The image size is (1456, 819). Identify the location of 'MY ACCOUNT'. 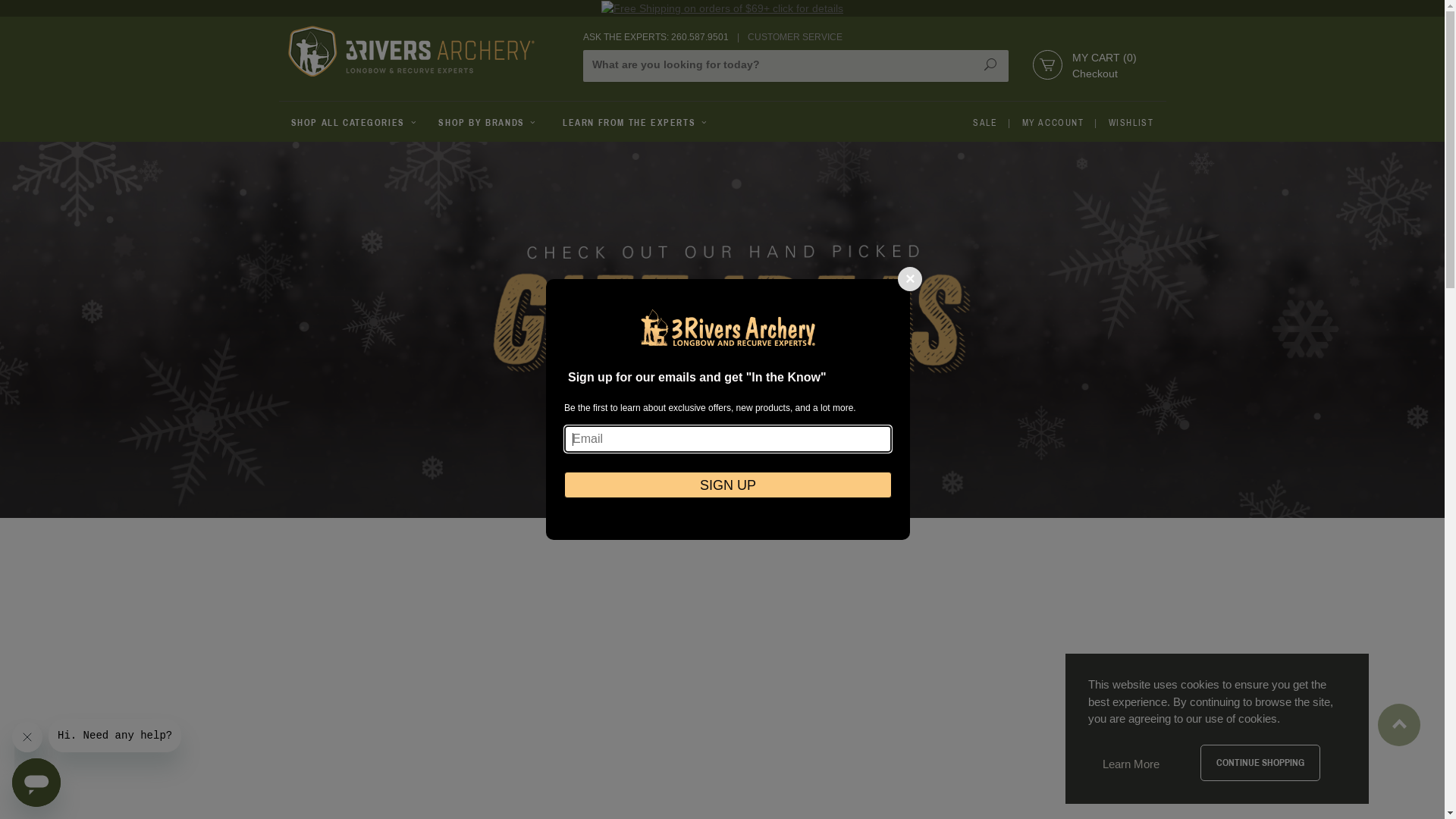
(1052, 122).